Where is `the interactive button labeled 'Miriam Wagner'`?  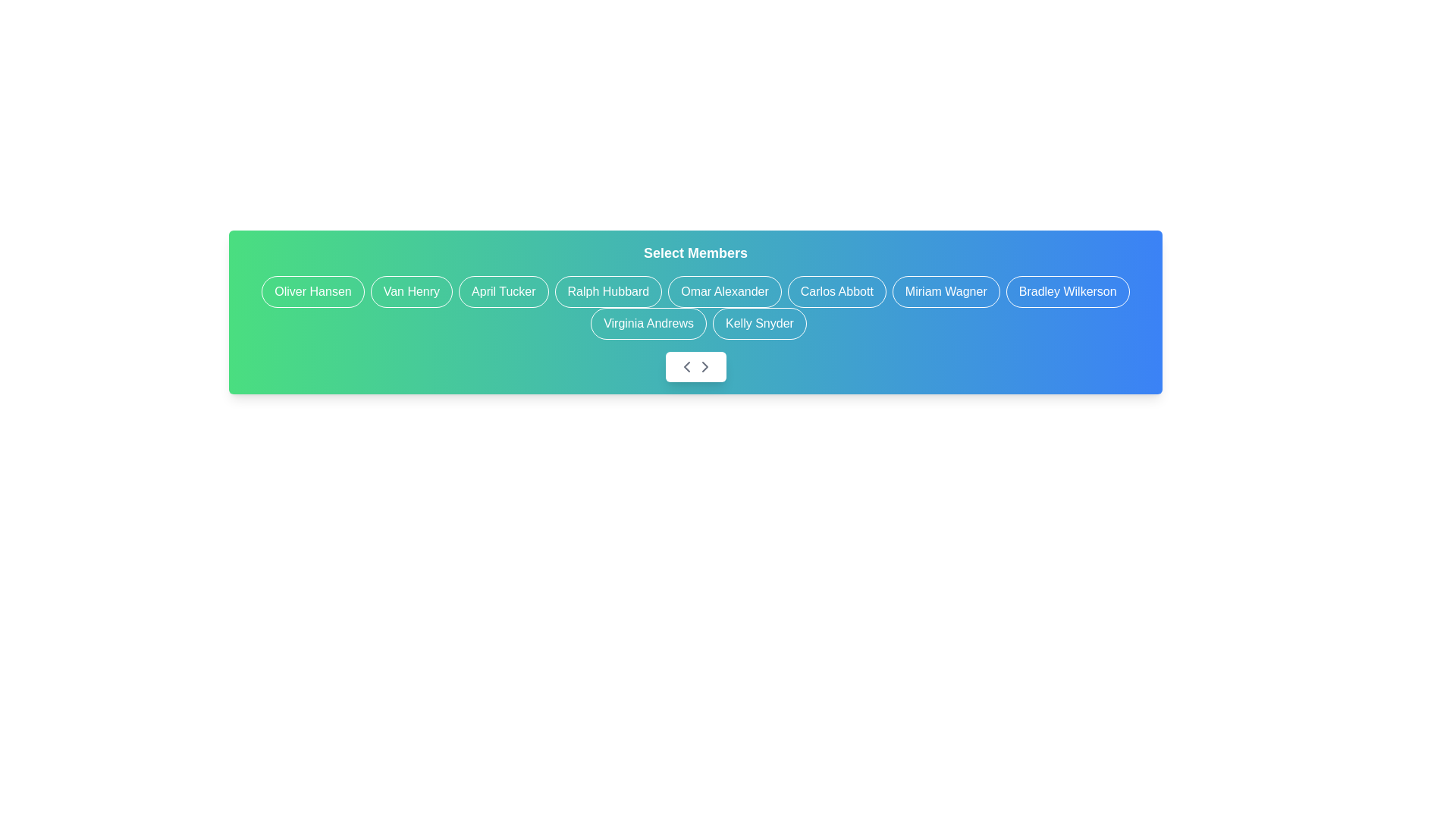 the interactive button labeled 'Miriam Wagner' is located at coordinates (945, 292).